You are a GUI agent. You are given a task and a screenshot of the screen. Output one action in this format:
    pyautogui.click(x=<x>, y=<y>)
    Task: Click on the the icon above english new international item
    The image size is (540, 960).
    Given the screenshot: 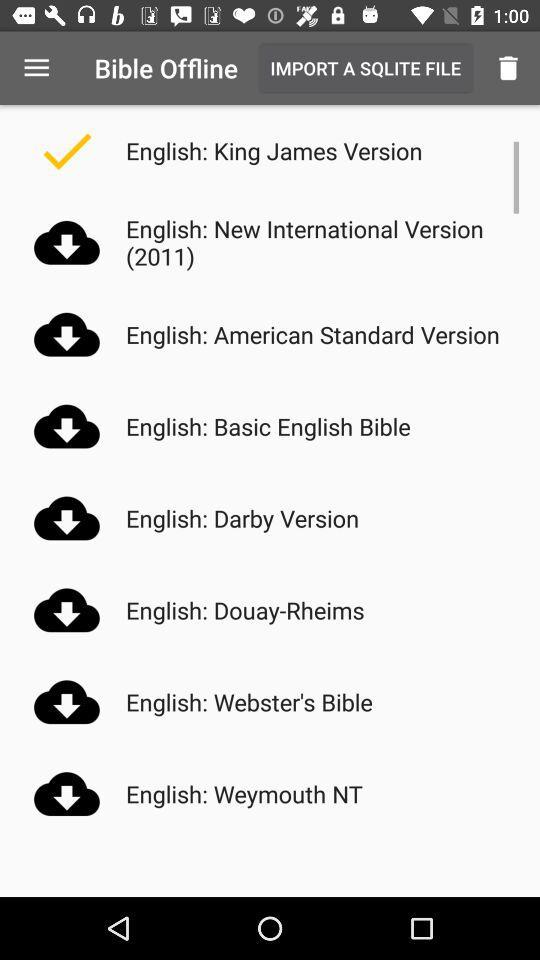 What is the action you would take?
    pyautogui.click(x=508, y=68)
    